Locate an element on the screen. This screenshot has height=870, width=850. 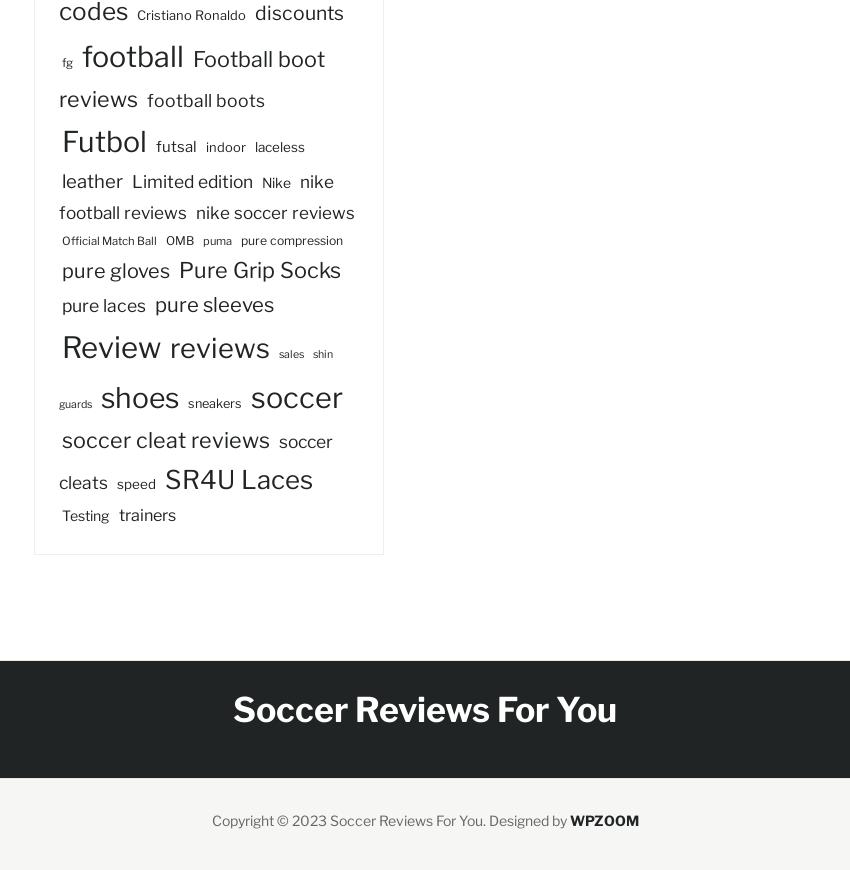
'football' is located at coordinates (133, 54).